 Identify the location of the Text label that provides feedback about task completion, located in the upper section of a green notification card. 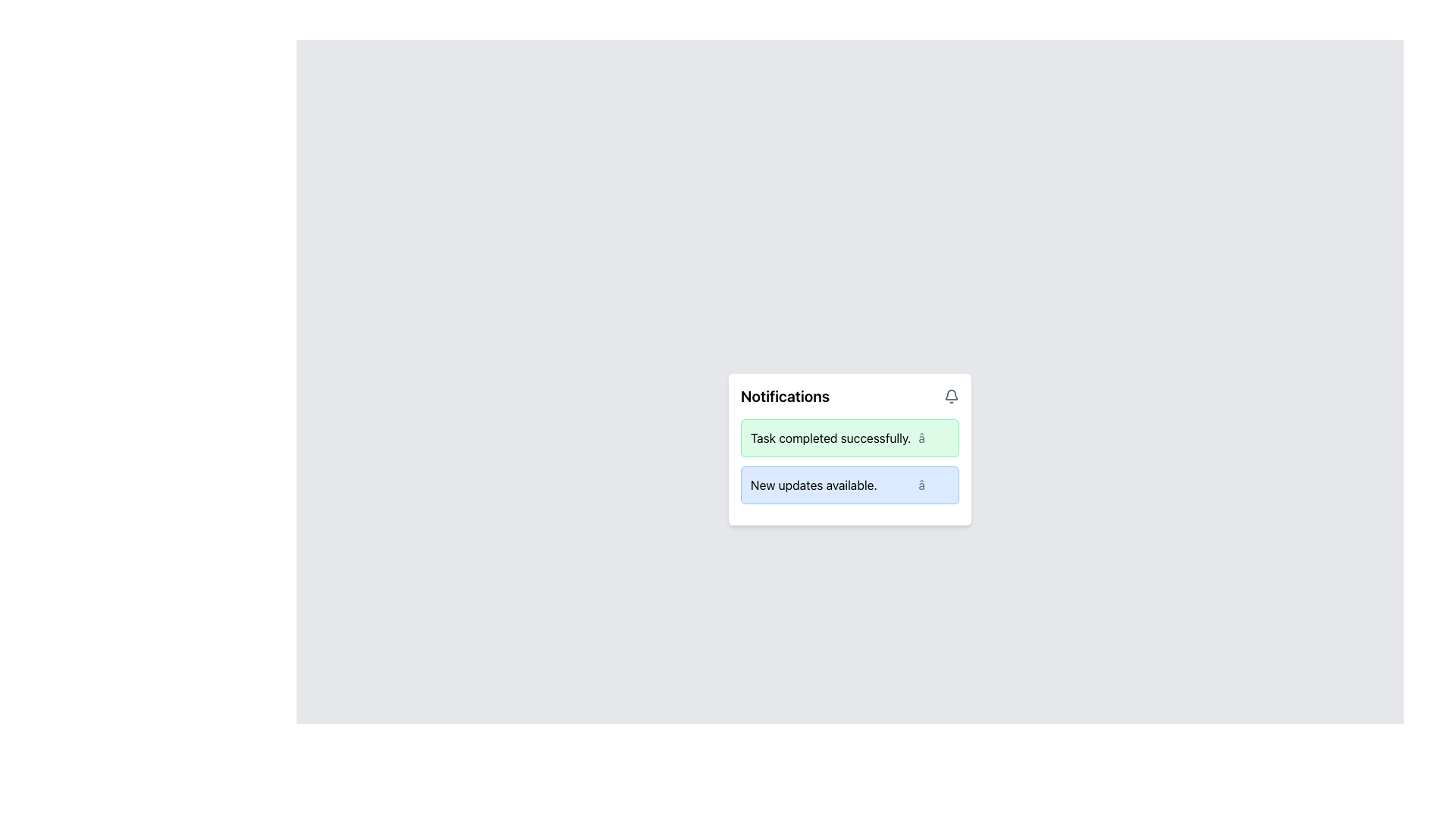
(830, 438).